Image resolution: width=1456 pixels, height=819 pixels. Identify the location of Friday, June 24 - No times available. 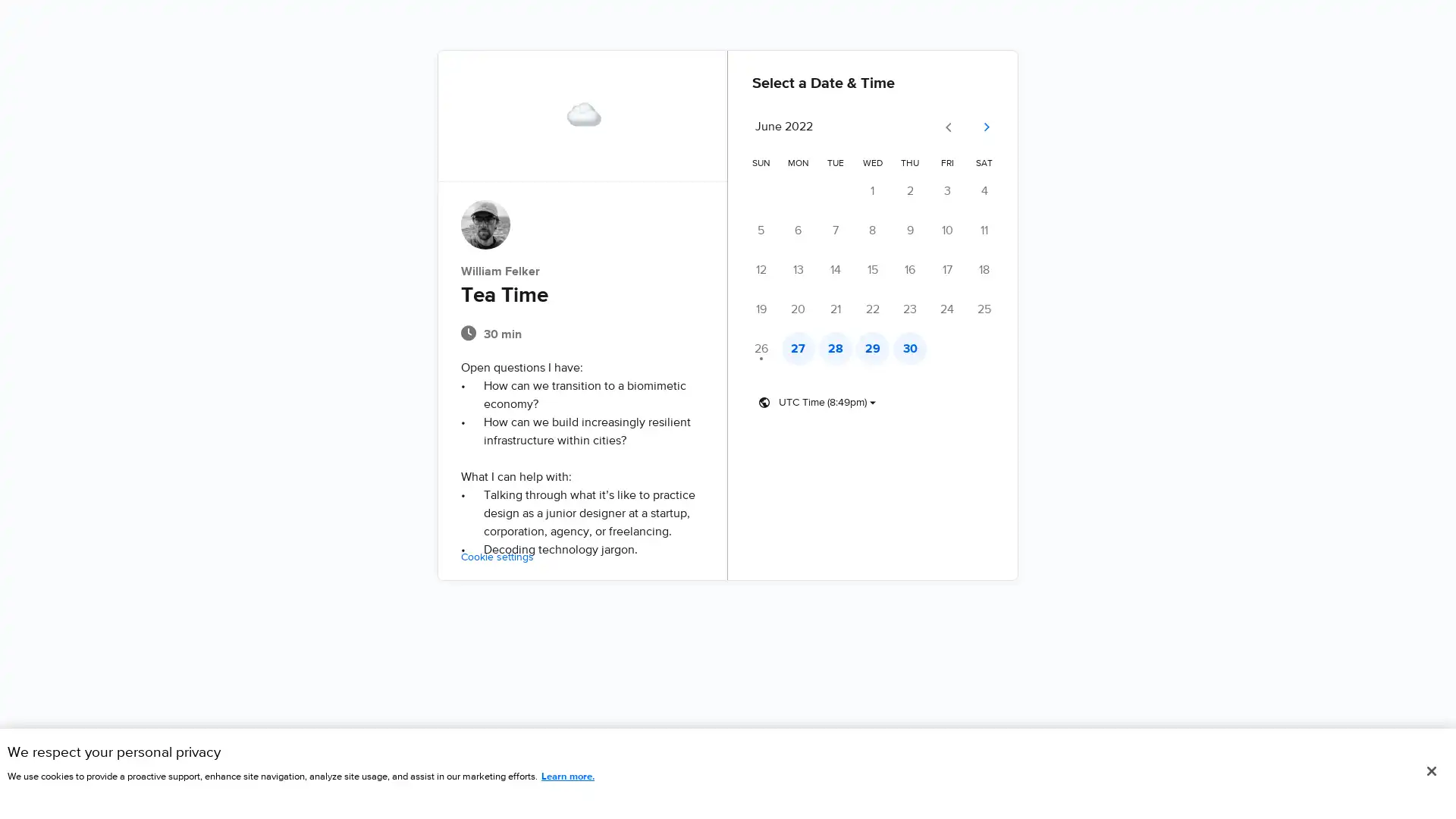
(956, 309).